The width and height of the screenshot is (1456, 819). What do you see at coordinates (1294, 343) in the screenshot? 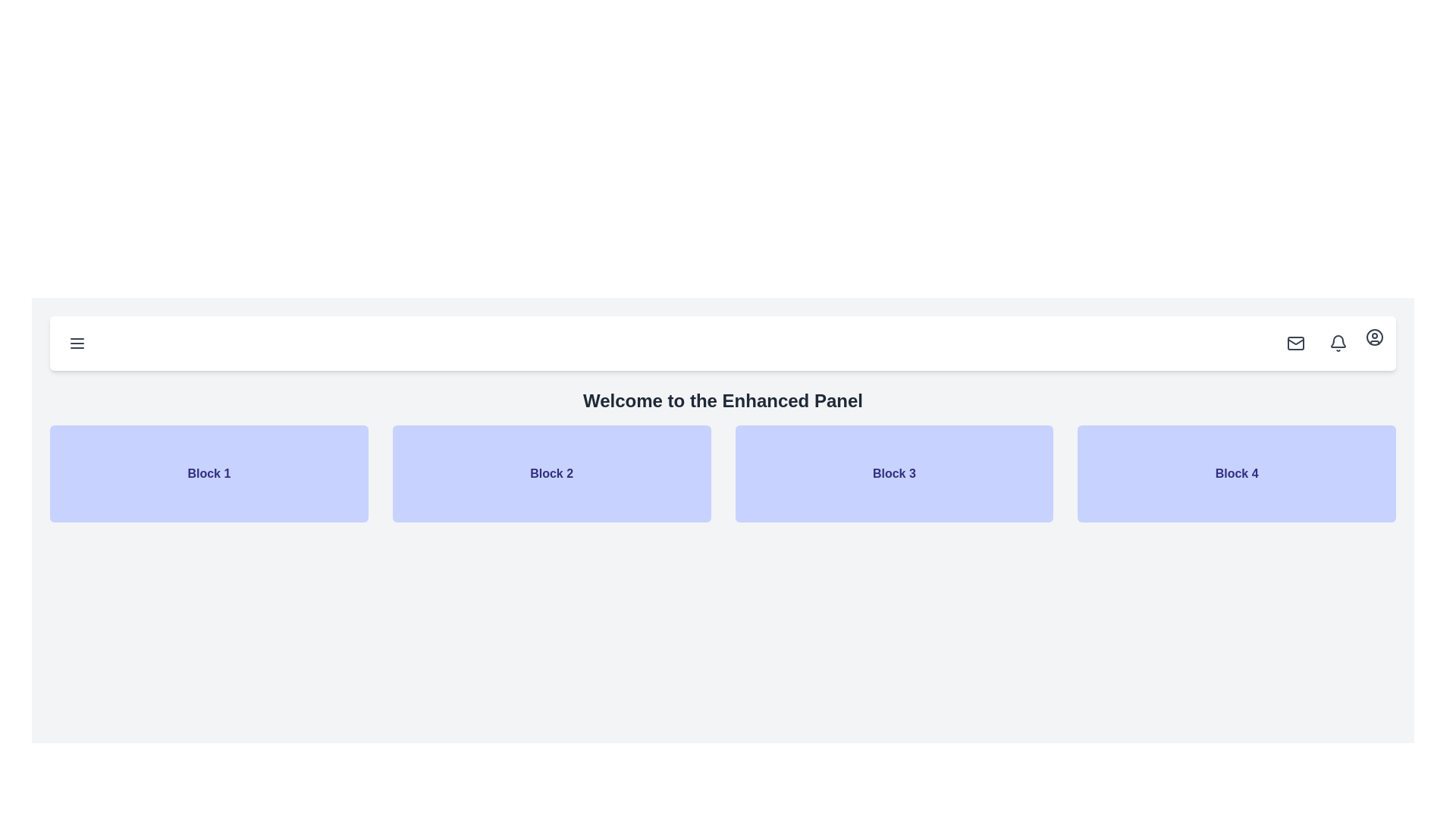
I see `the red envelope icon representing the mail function in the top-right corner of the interface` at bounding box center [1294, 343].